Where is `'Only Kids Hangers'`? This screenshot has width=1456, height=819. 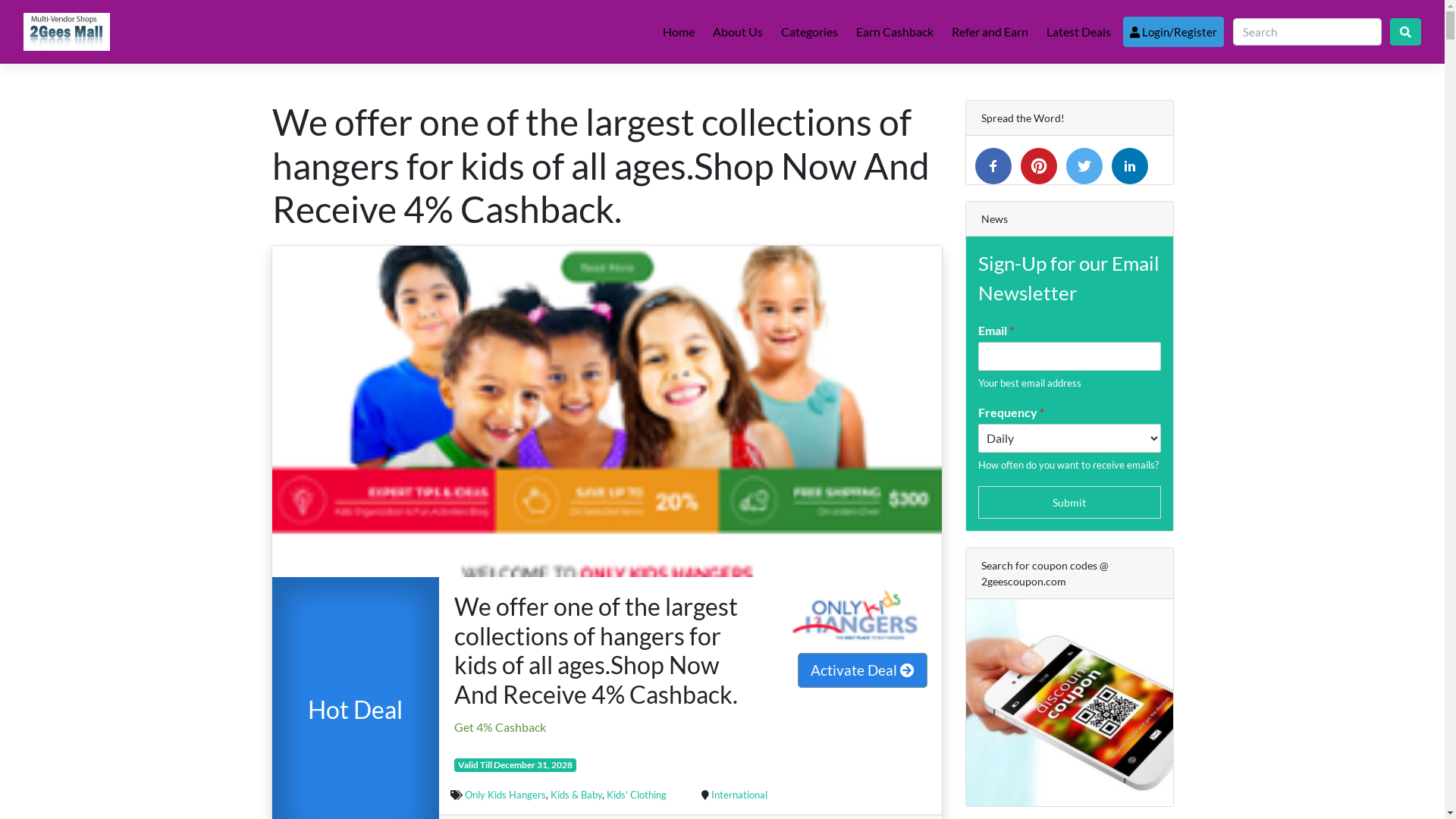 'Only Kids Hangers' is located at coordinates (505, 794).